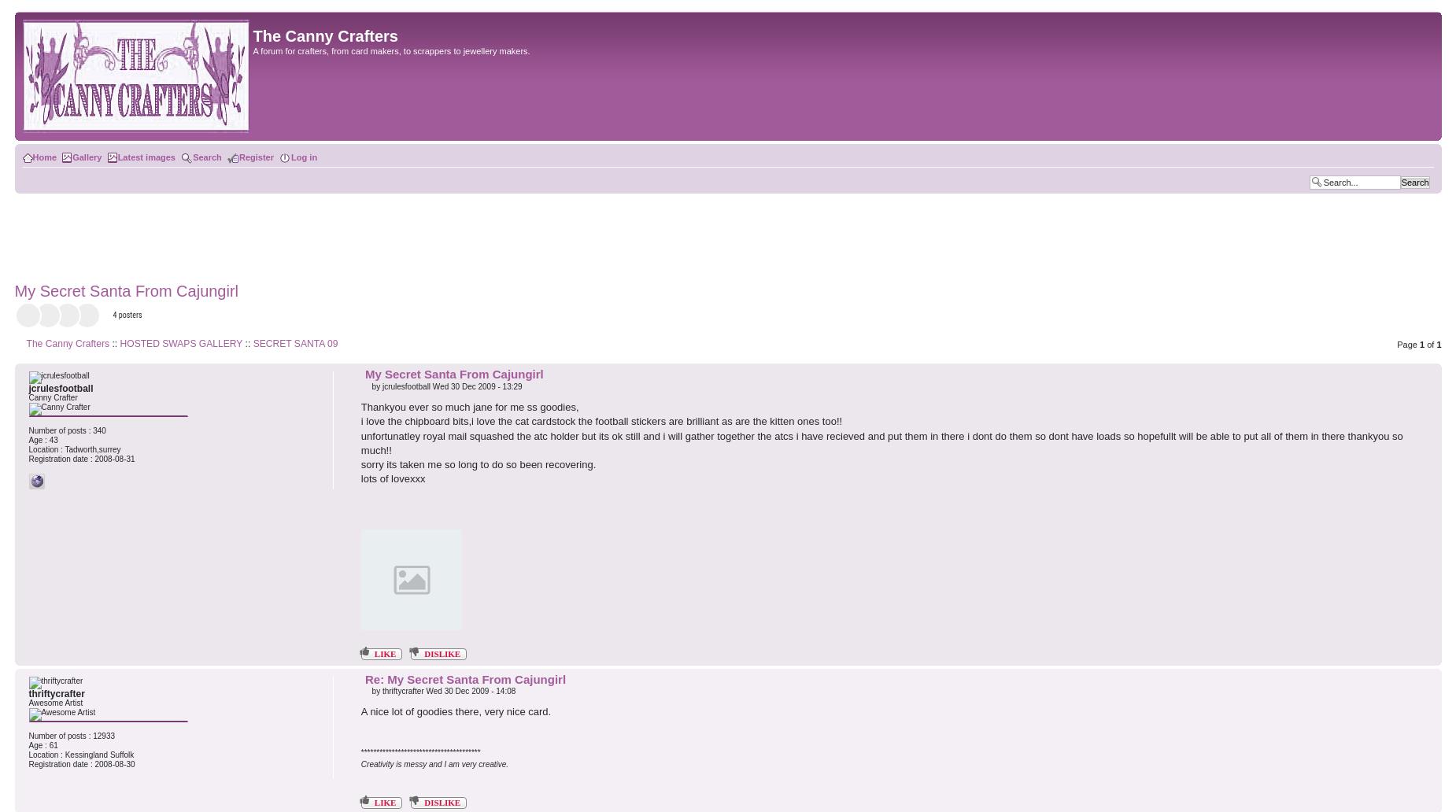 Image resolution: width=1456 pixels, height=812 pixels. What do you see at coordinates (145, 157) in the screenshot?
I see `'Latest images'` at bounding box center [145, 157].